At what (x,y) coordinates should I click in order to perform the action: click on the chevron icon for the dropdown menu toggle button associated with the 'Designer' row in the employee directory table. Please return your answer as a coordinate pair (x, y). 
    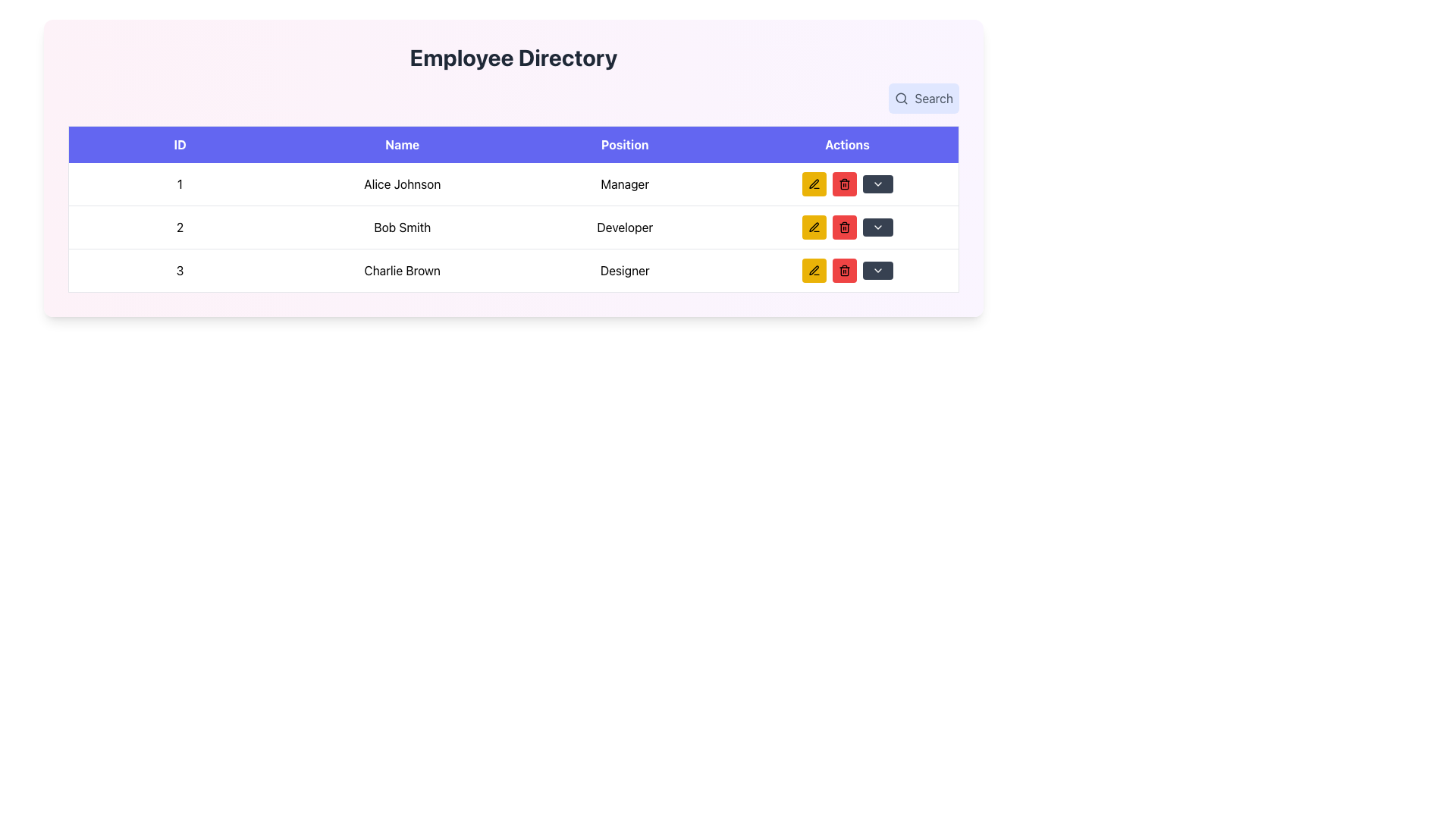
    Looking at the image, I should click on (877, 184).